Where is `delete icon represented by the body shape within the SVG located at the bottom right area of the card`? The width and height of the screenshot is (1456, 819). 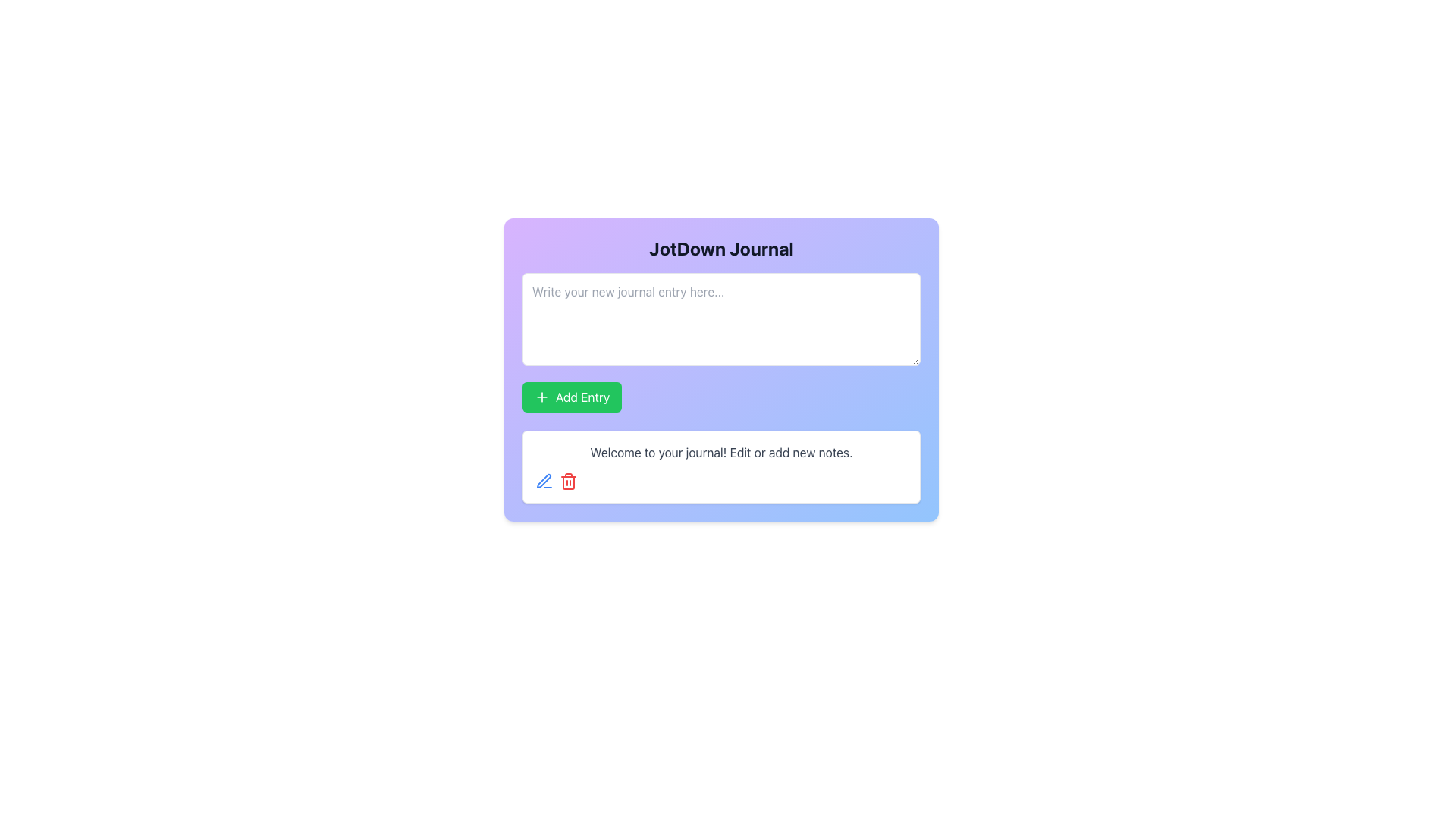 delete icon represented by the body shape within the SVG located at the bottom right area of the card is located at coordinates (567, 482).